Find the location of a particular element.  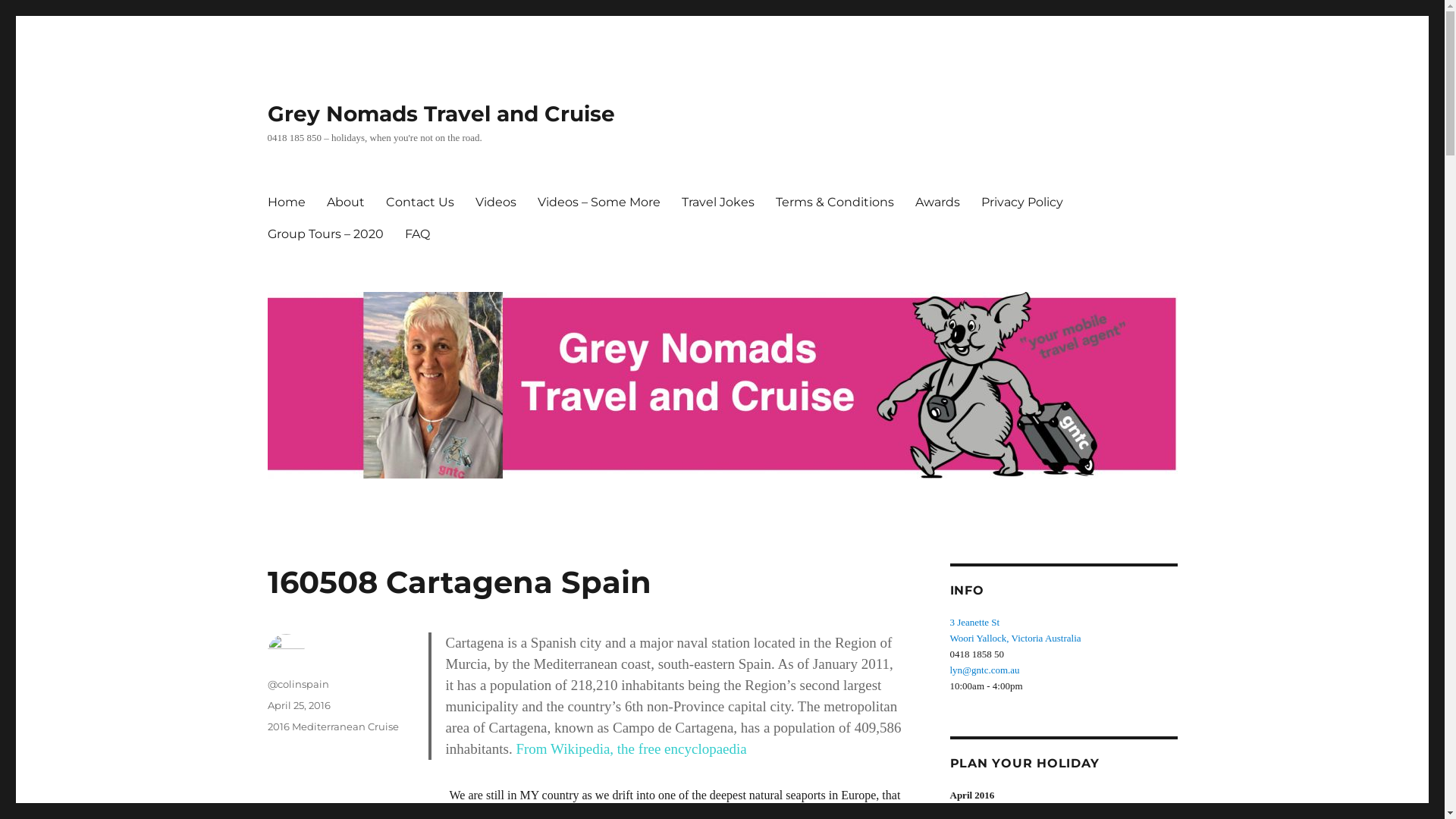

'Home' is located at coordinates (286, 201).